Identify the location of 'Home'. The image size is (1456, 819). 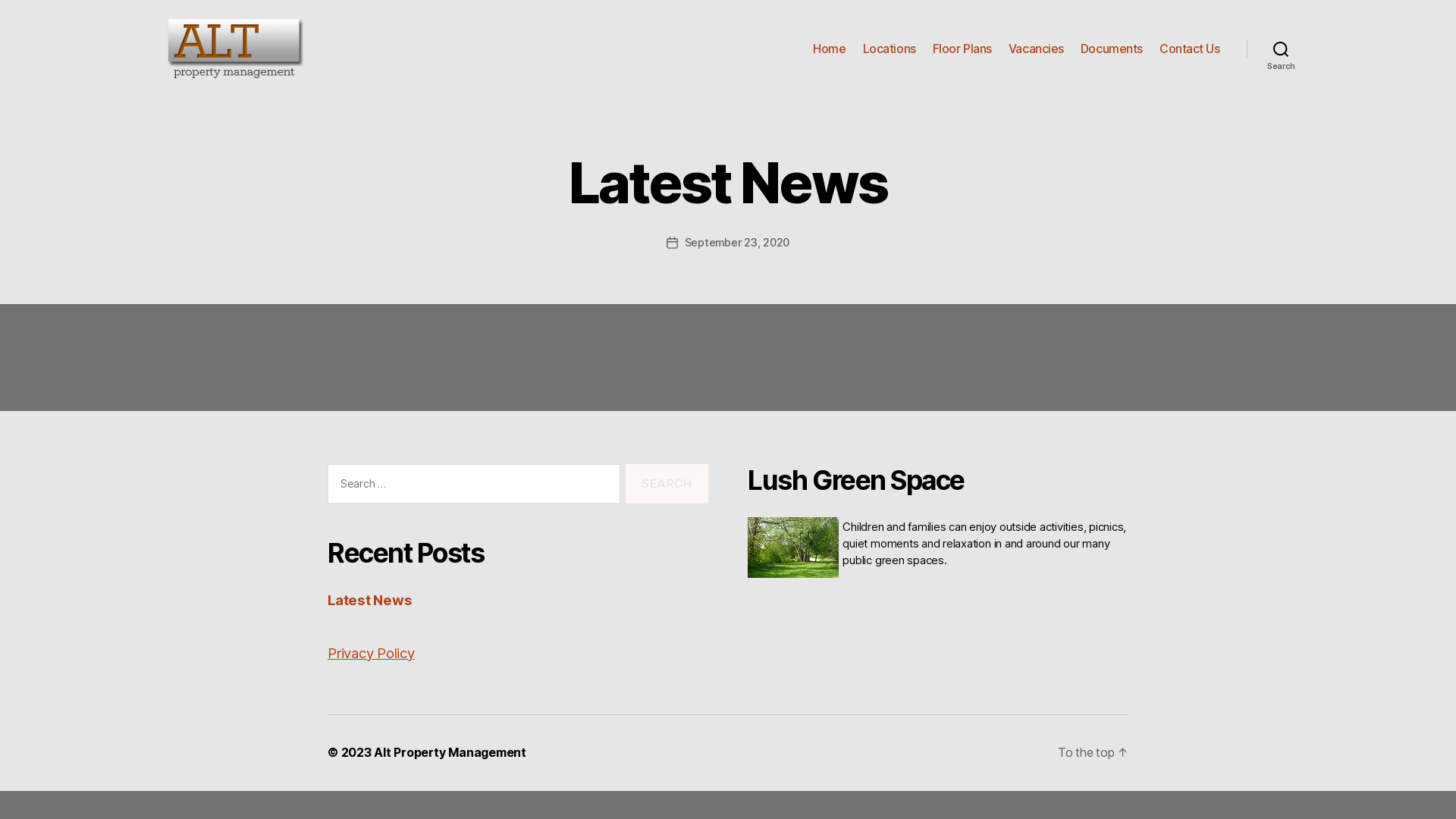
(828, 48).